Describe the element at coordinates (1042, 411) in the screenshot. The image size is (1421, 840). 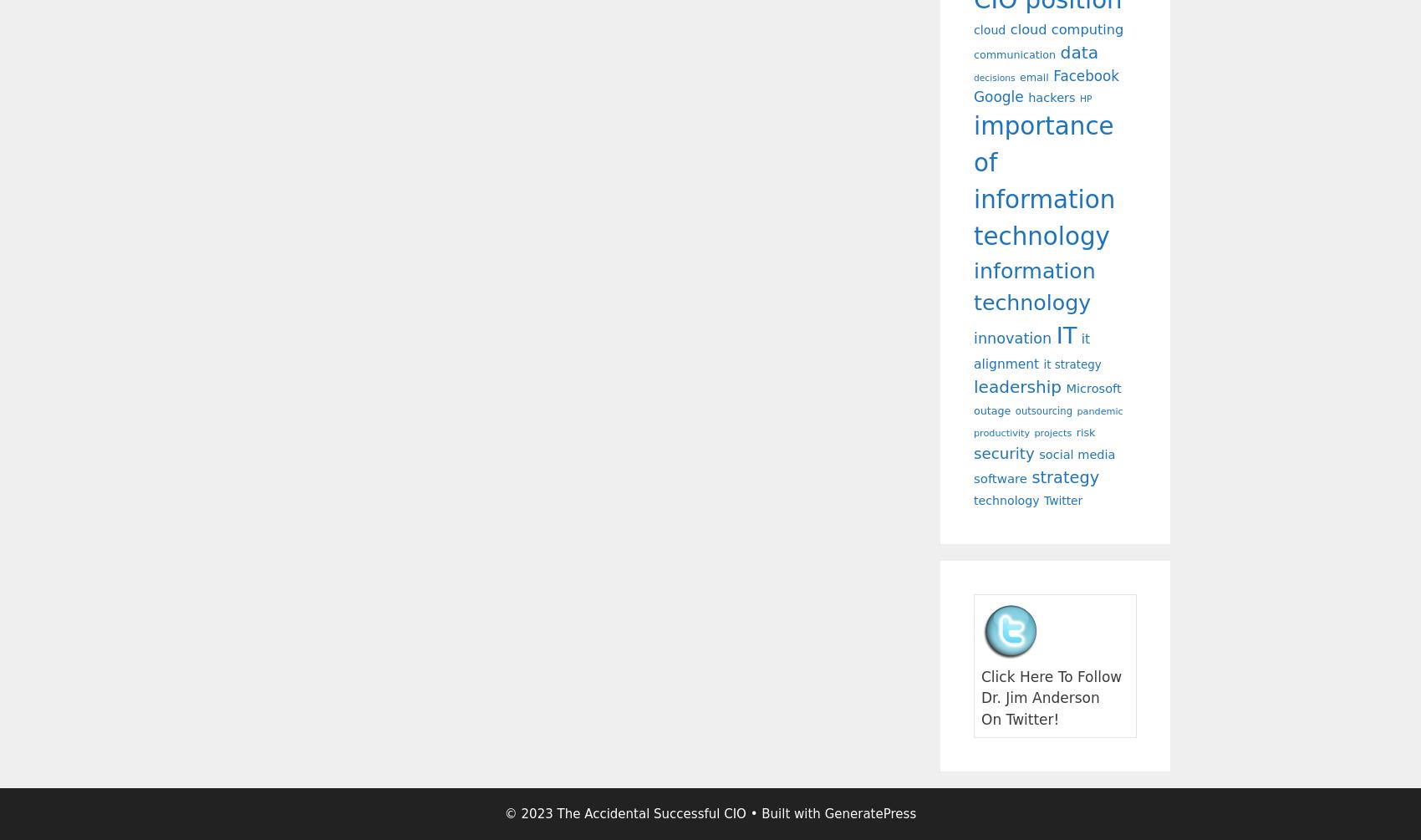
I see `'outsourcing'` at that location.